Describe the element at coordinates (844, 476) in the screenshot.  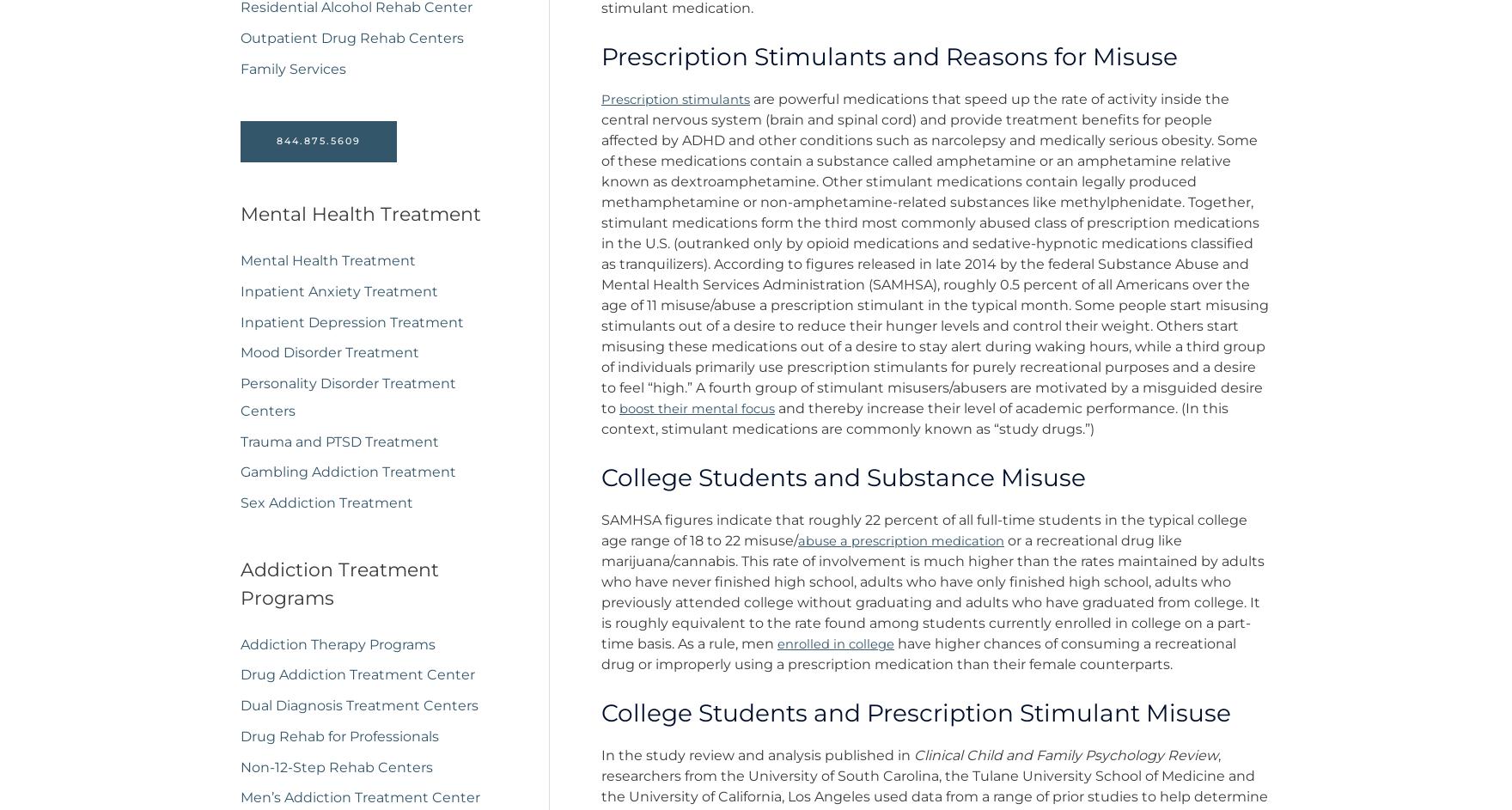
I see `'College Students and Substance Misuse'` at that location.